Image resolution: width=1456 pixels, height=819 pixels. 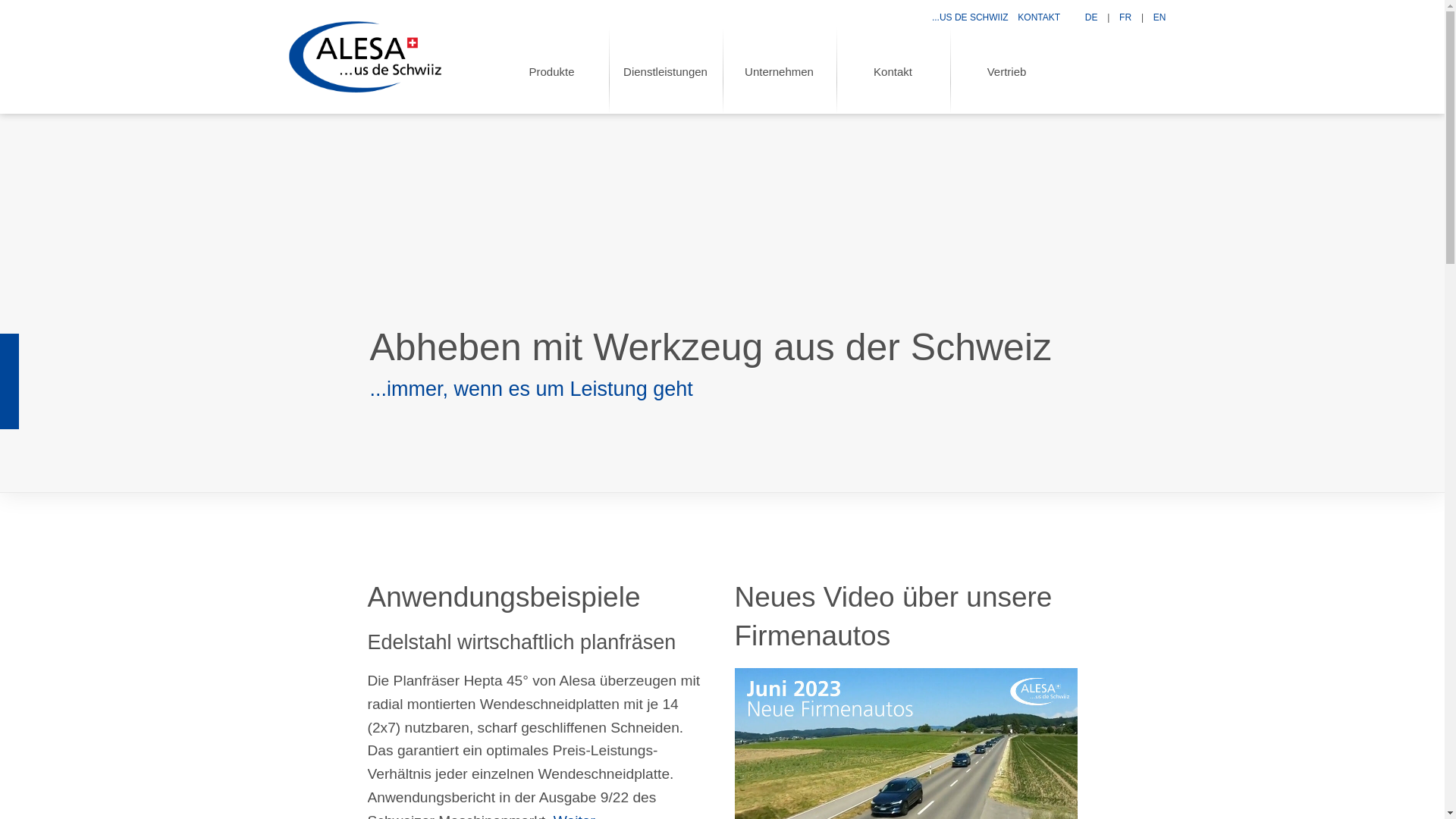 What do you see at coordinates (1037, 17) in the screenshot?
I see `'KONTAKT'` at bounding box center [1037, 17].